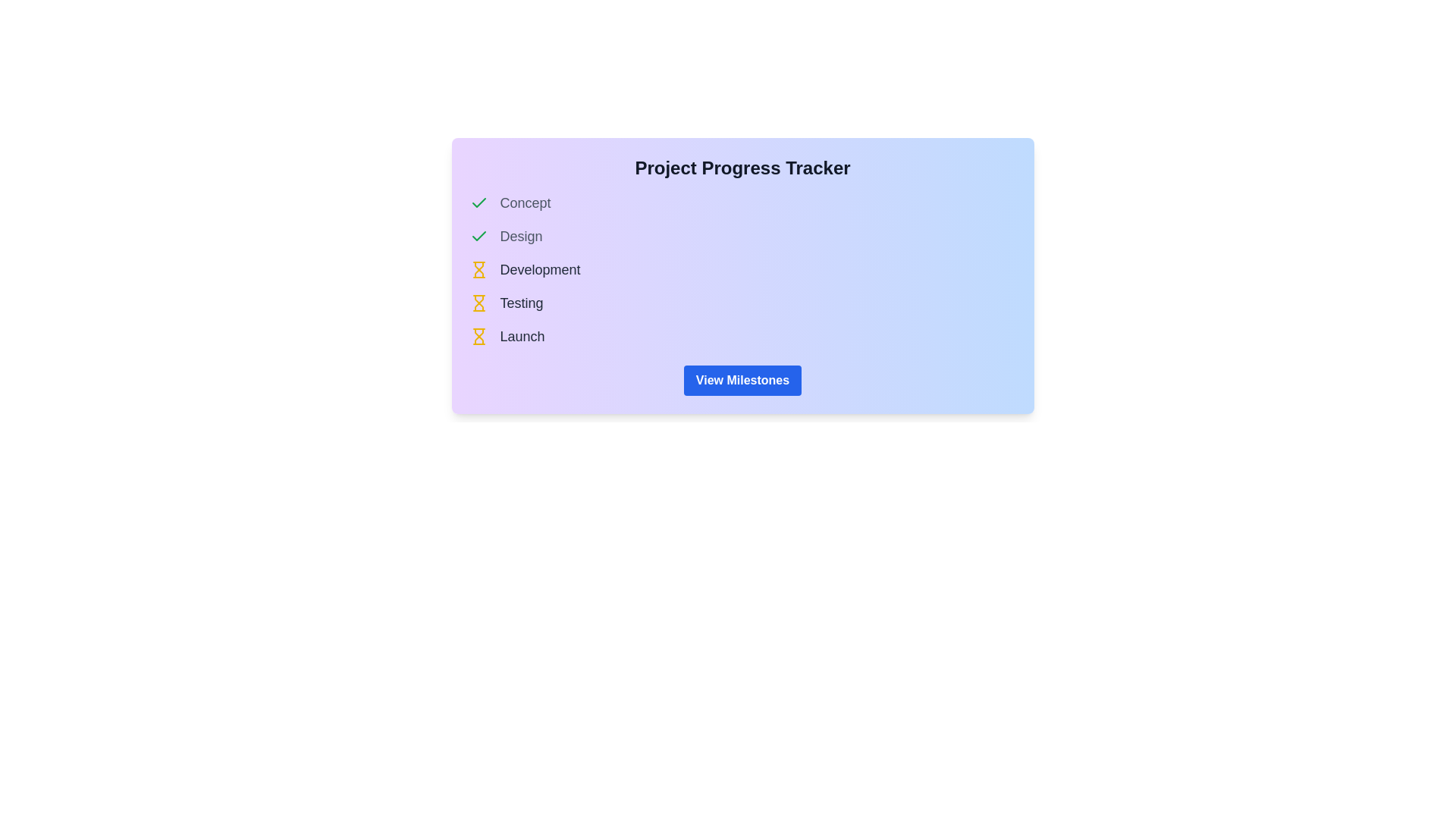  What do you see at coordinates (521, 237) in the screenshot?
I see `the 'Design' text label in the Project Progress Tracker, which is located below 'Concept' and above 'Development'` at bounding box center [521, 237].